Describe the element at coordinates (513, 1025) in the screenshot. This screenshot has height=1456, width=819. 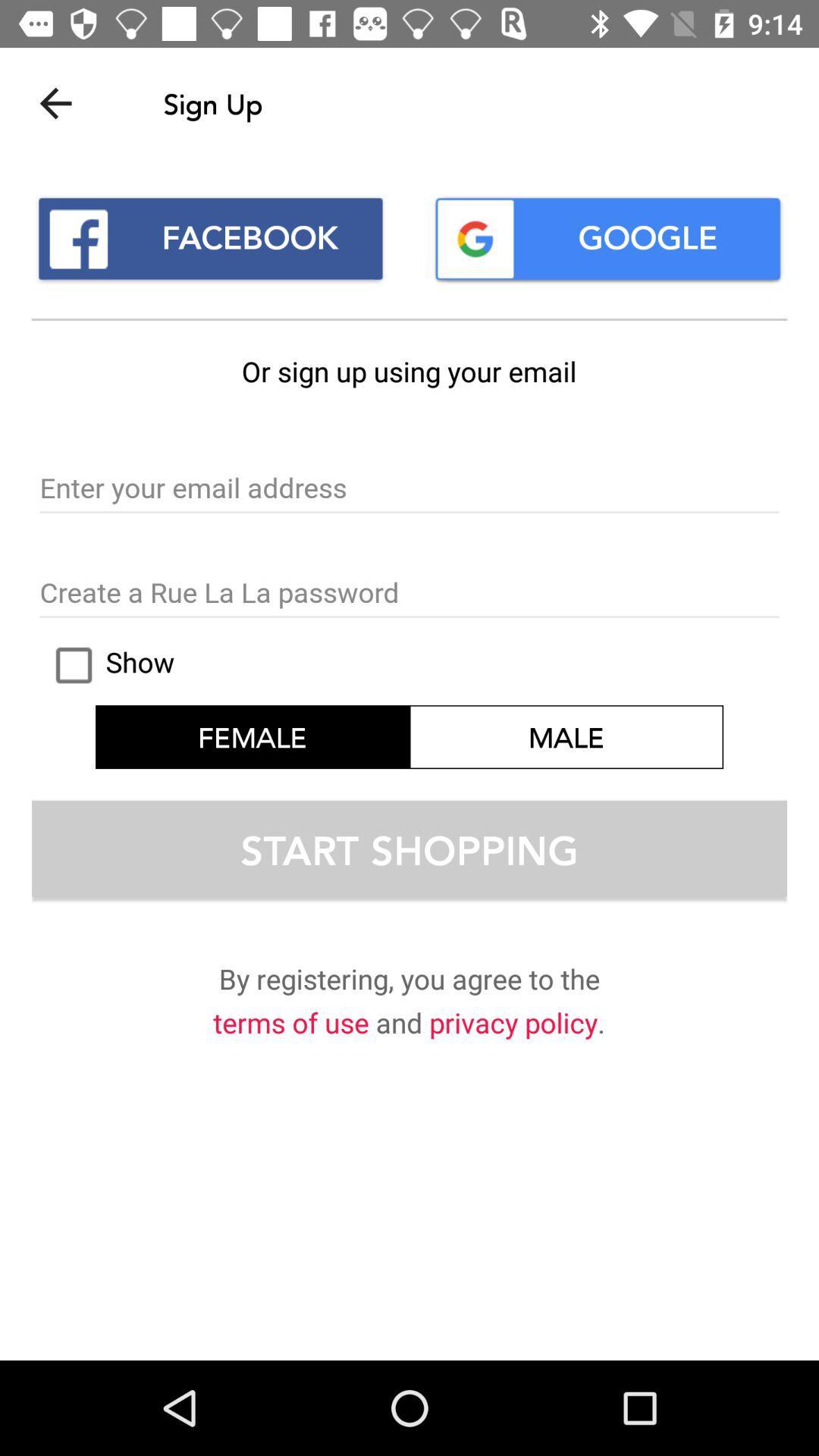
I see `the privacy policy item` at that location.